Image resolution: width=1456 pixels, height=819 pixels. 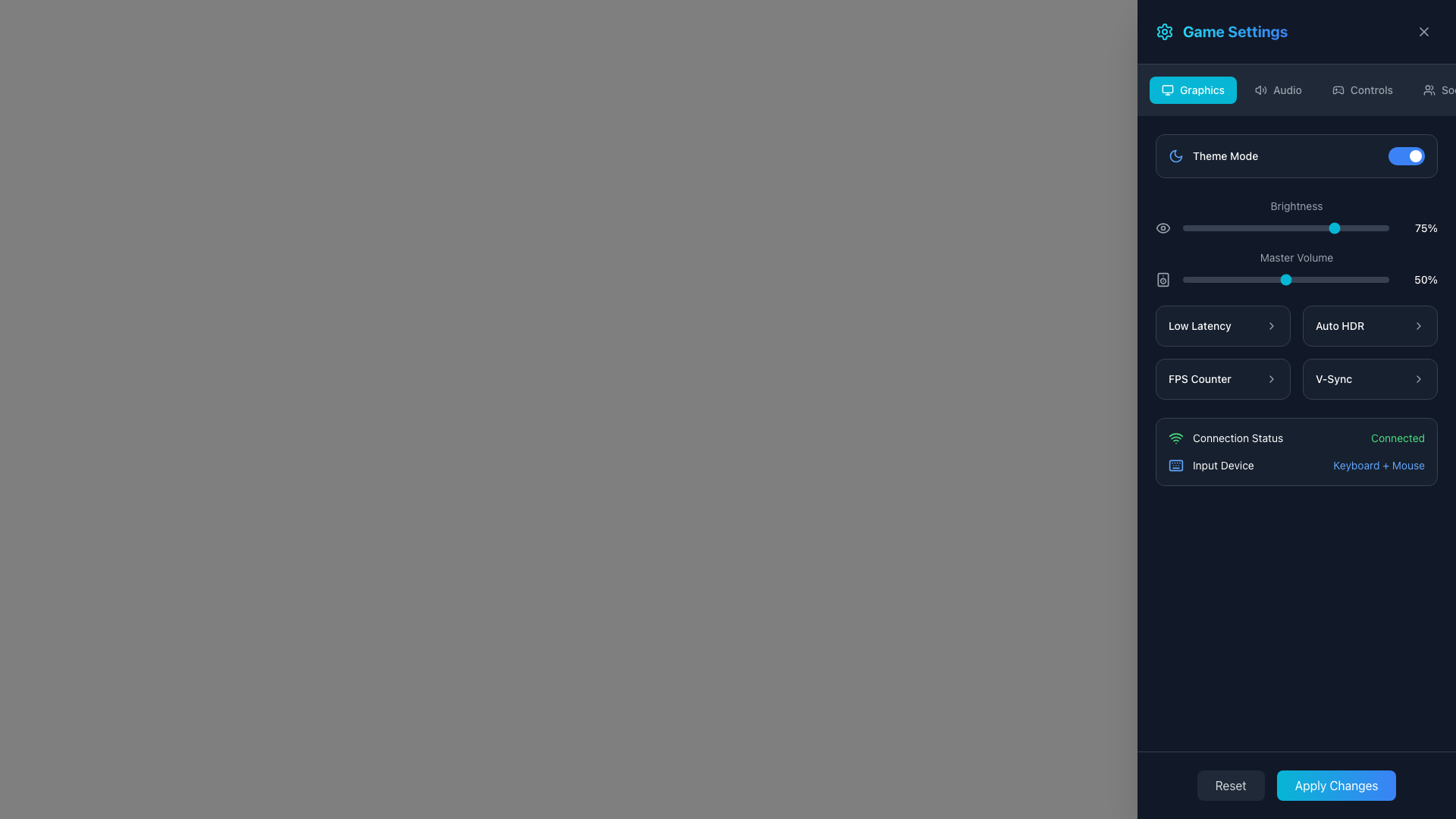 What do you see at coordinates (1194, 280) in the screenshot?
I see `the Master Volume` at bounding box center [1194, 280].